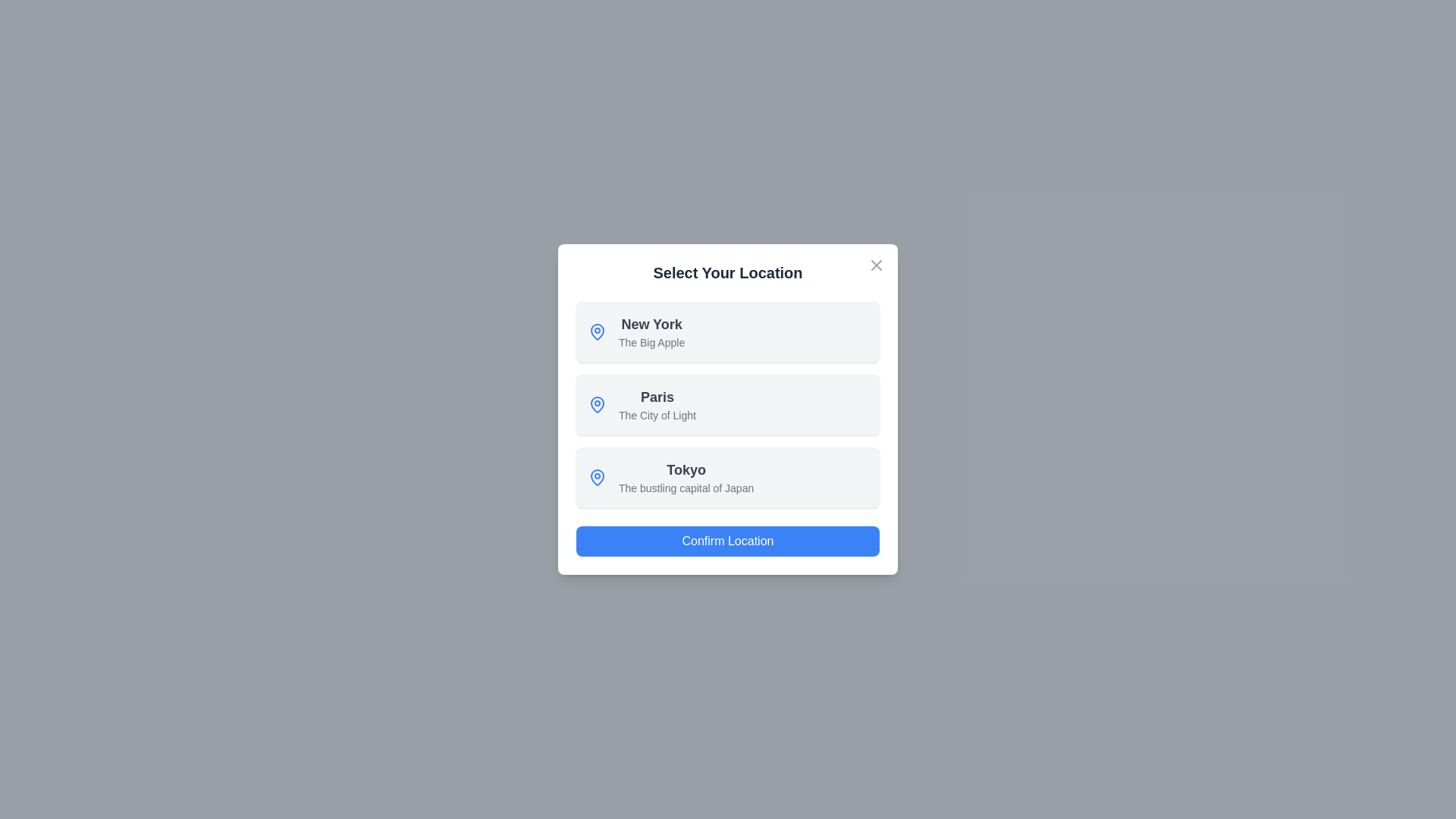  Describe the element at coordinates (596, 403) in the screenshot. I see `the map pin icon for Paris` at that location.